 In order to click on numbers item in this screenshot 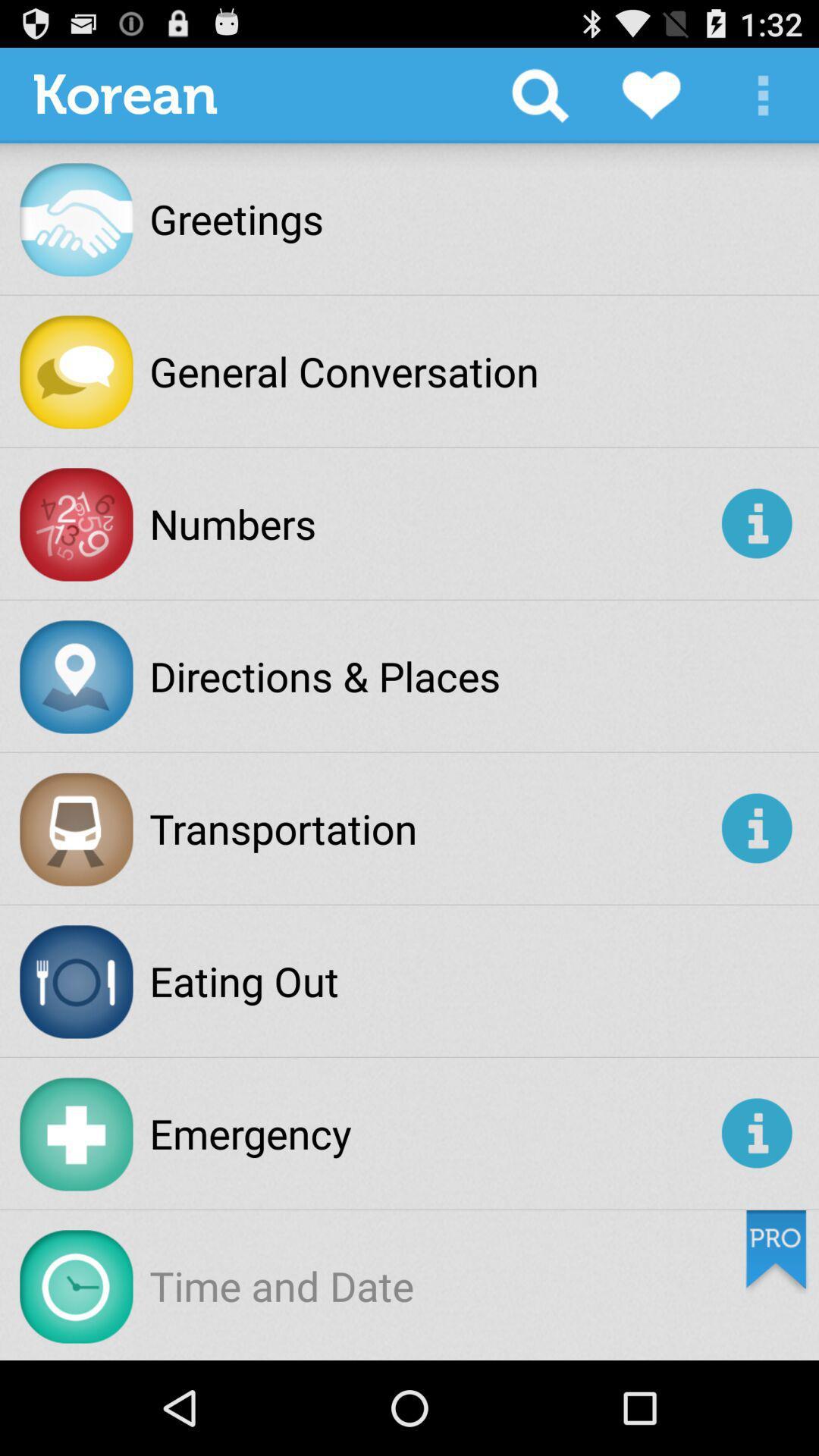, I will do `click(432, 523)`.